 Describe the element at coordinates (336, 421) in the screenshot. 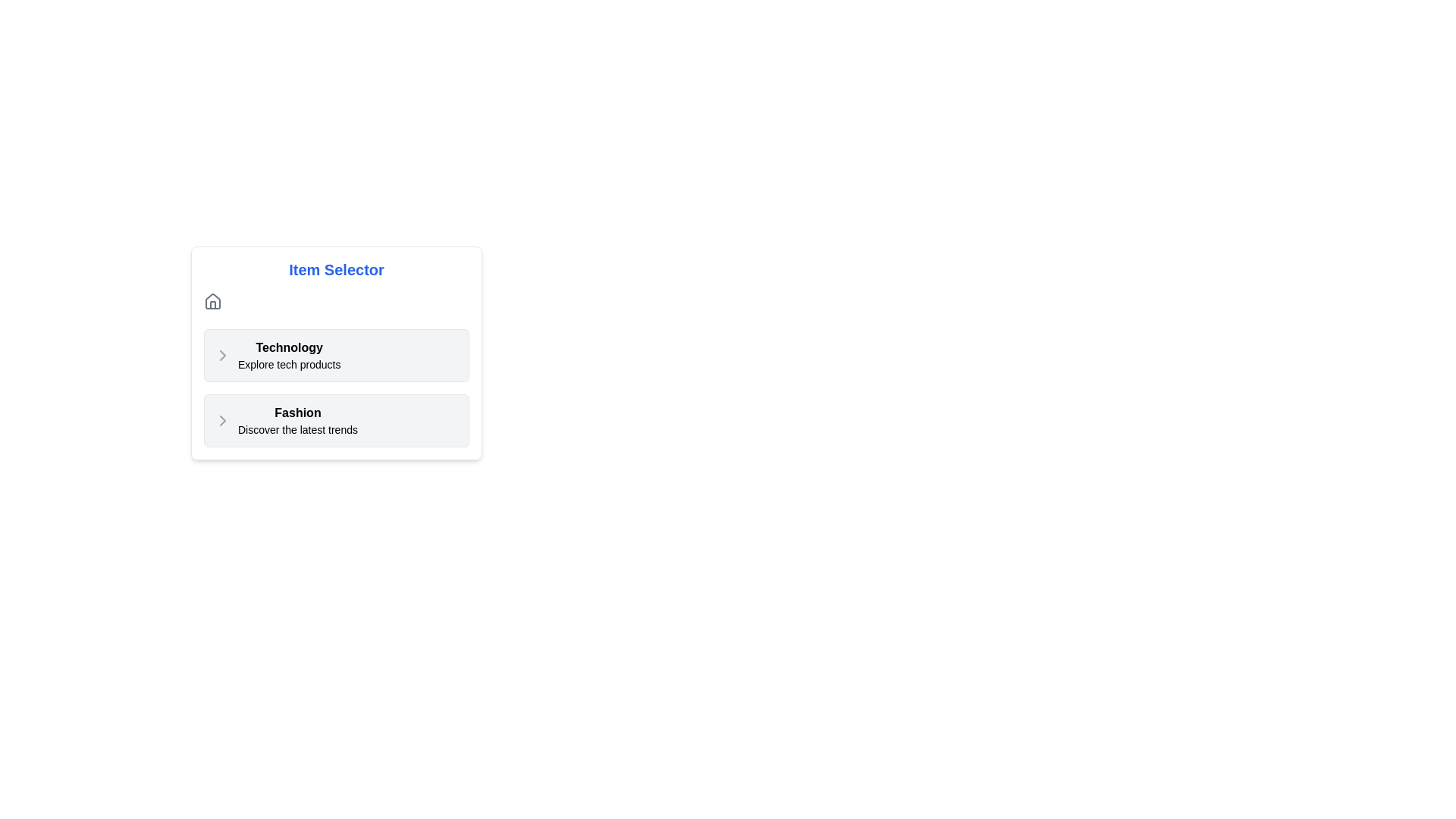

I see `the second selectable menu option in the 'Item Selector' list to observe its interactivity or focus behaviors` at that location.